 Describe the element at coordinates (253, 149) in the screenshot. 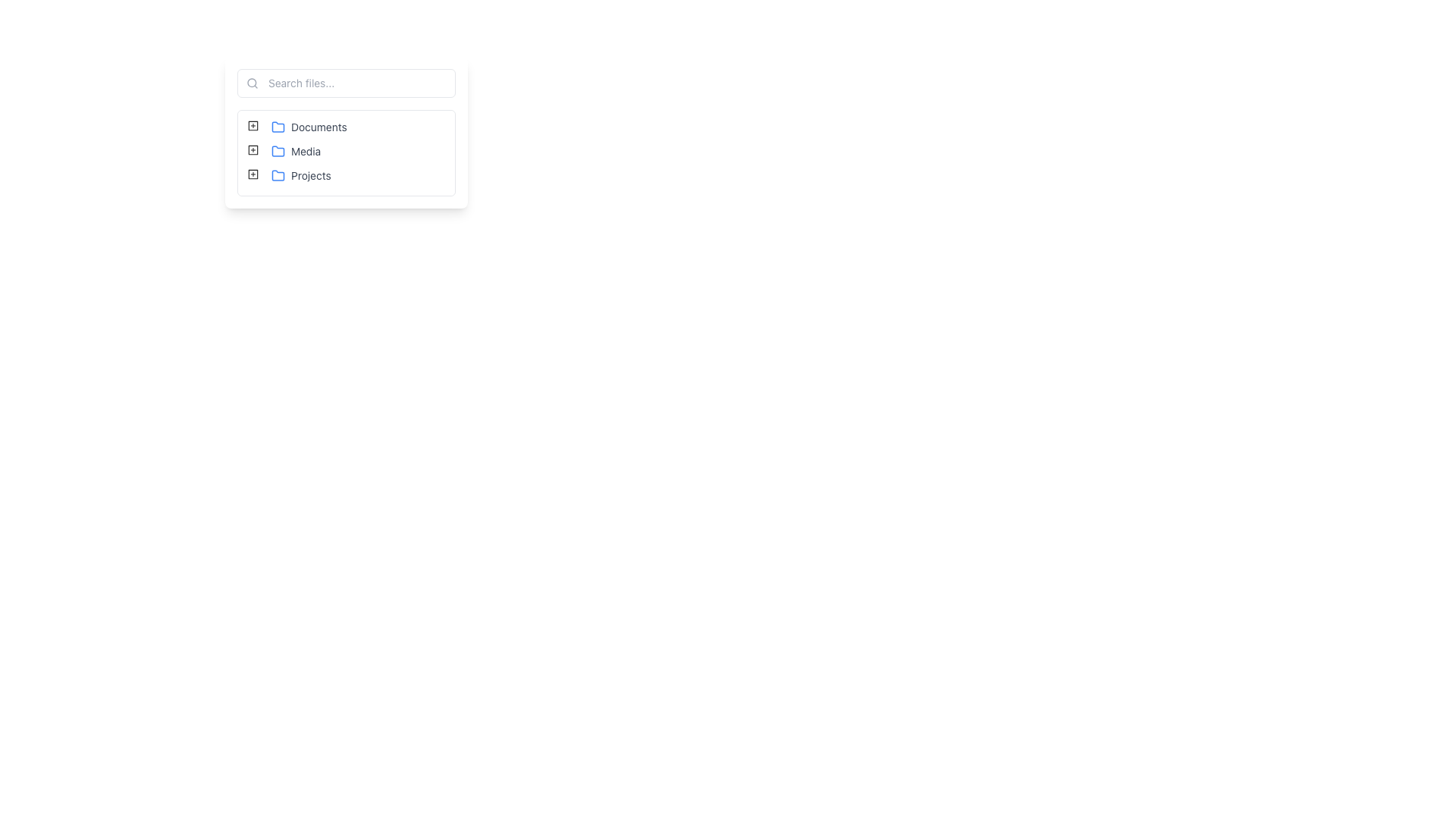

I see `the collapsible/expandable folder icon button located directly to the left of the 'Media' folder label in the hierarchical navigation component` at that location.